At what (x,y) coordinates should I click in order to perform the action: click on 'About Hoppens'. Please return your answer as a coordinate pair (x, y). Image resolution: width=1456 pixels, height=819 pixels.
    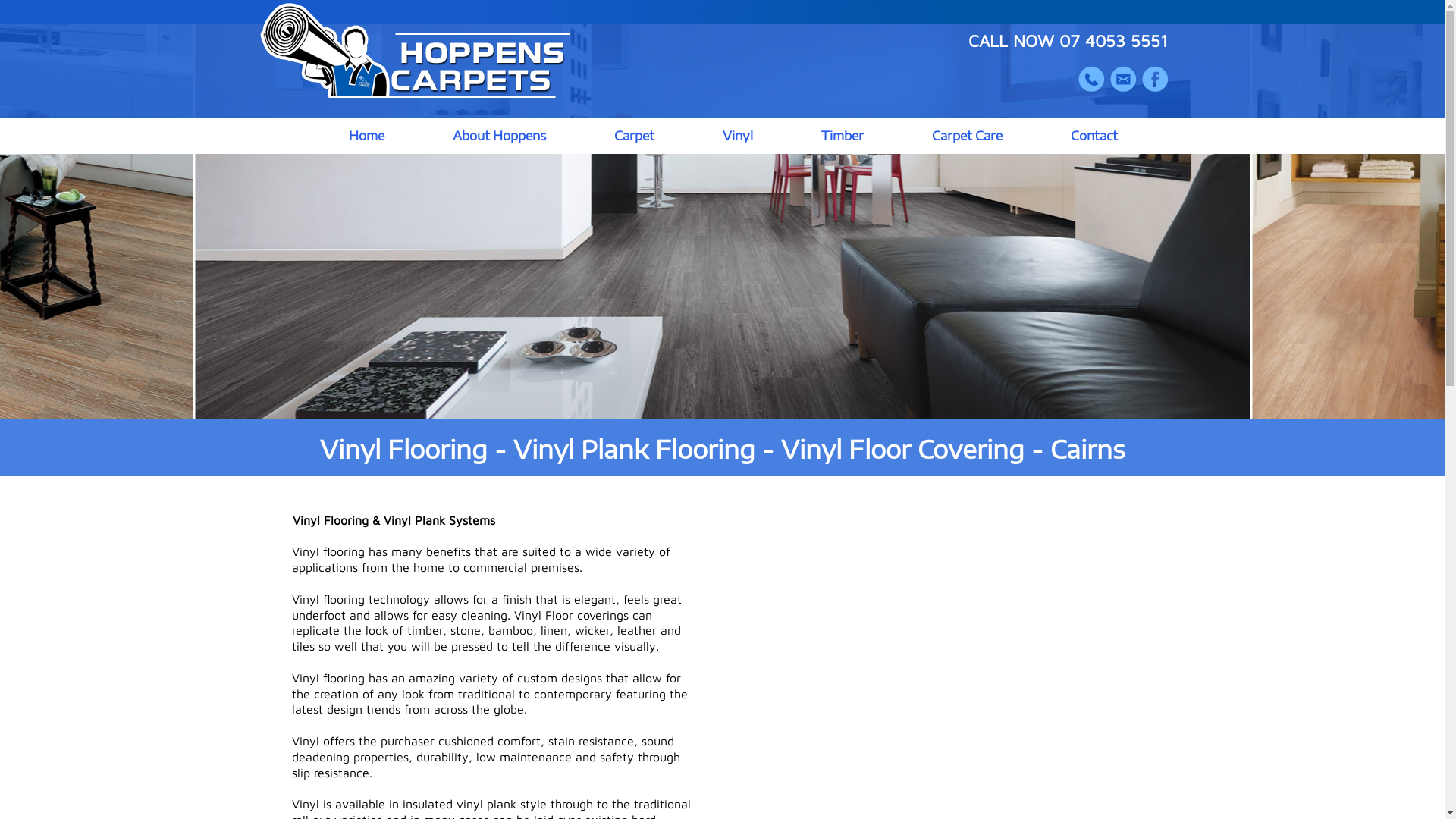
    Looking at the image, I should click on (499, 134).